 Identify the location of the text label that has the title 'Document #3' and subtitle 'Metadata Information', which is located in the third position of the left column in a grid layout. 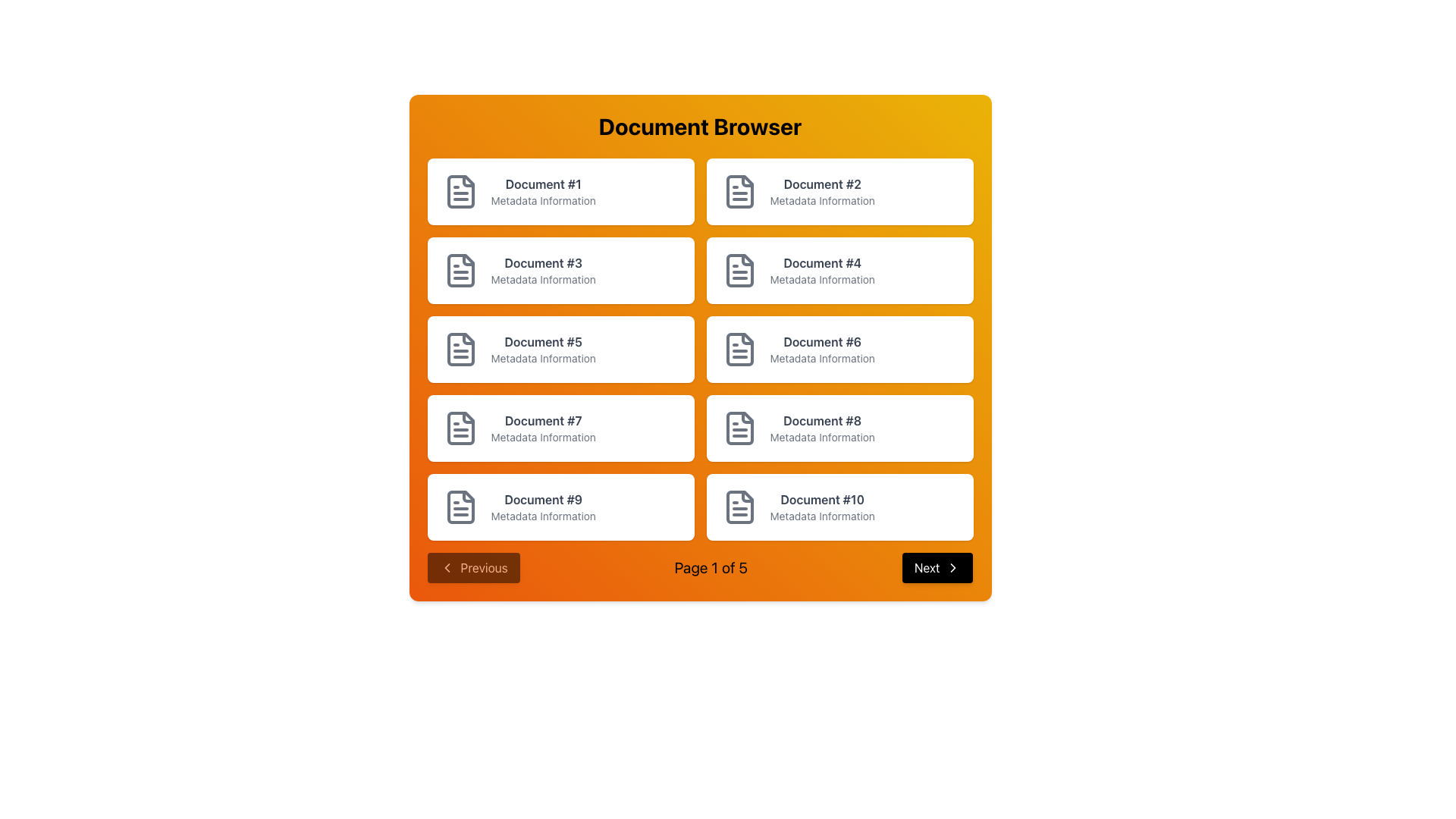
(543, 270).